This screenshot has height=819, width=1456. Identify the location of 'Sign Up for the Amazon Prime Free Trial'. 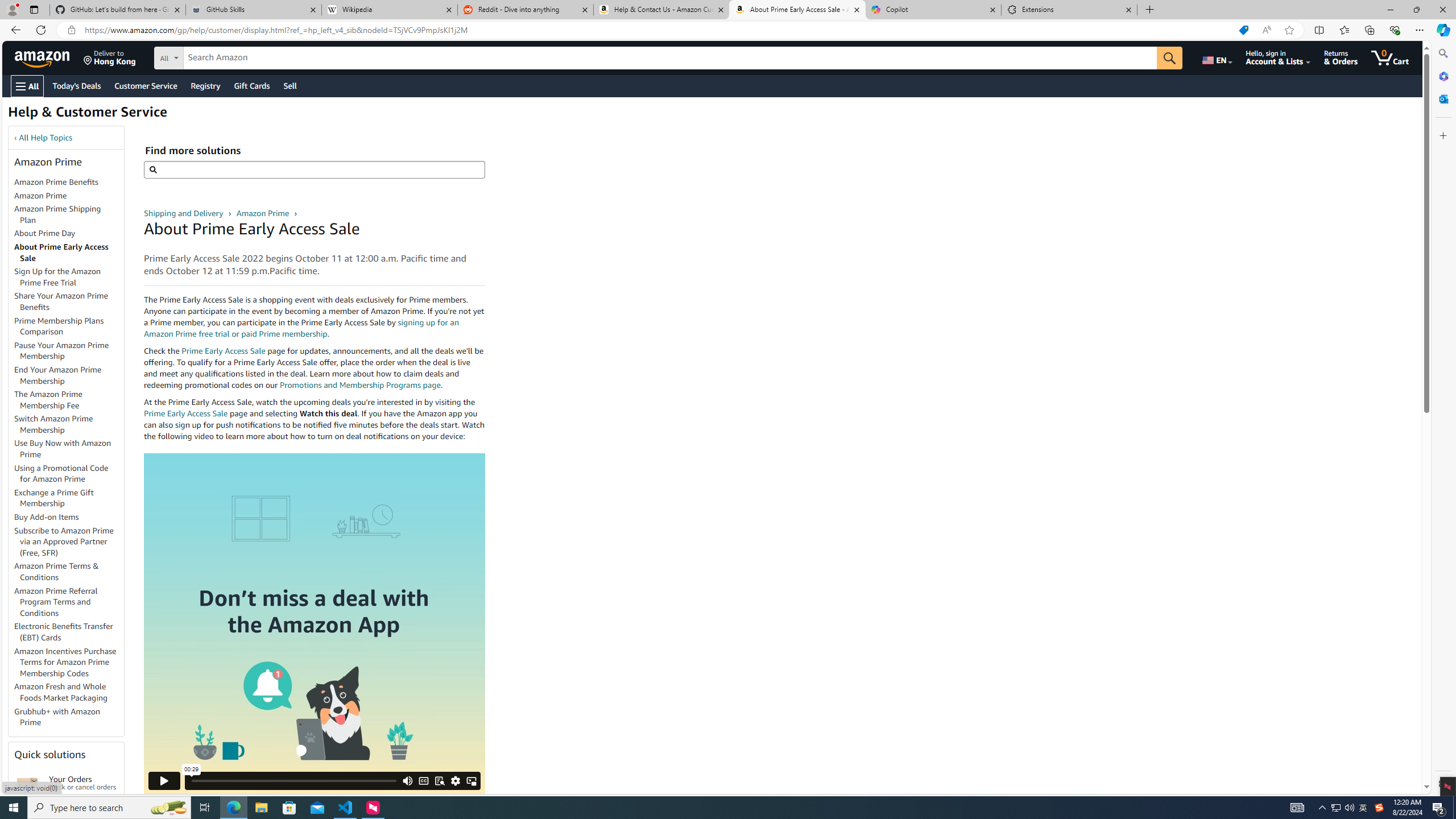
(57, 276).